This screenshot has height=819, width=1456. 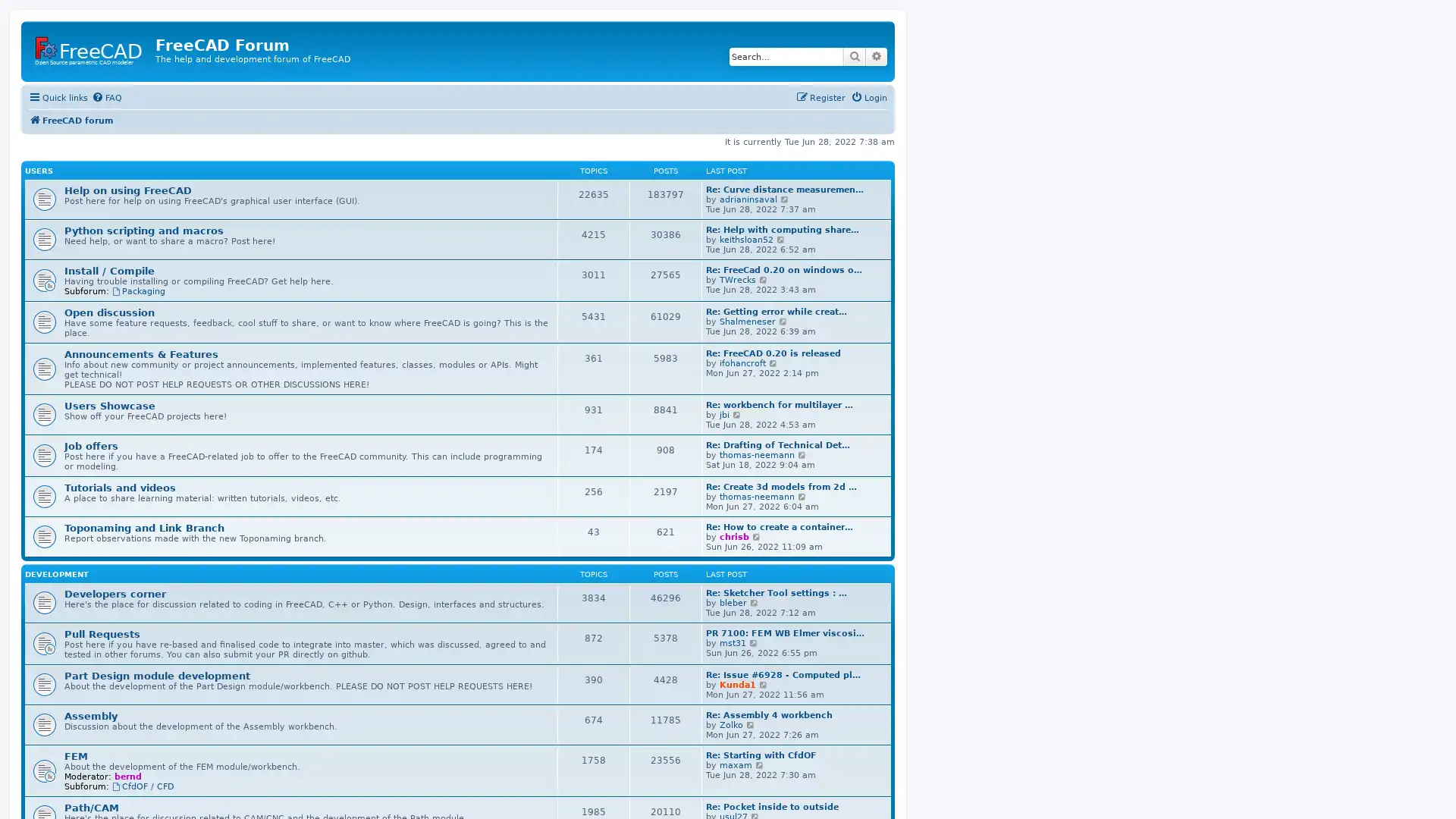 What do you see at coordinates (855, 55) in the screenshot?
I see `Search` at bounding box center [855, 55].